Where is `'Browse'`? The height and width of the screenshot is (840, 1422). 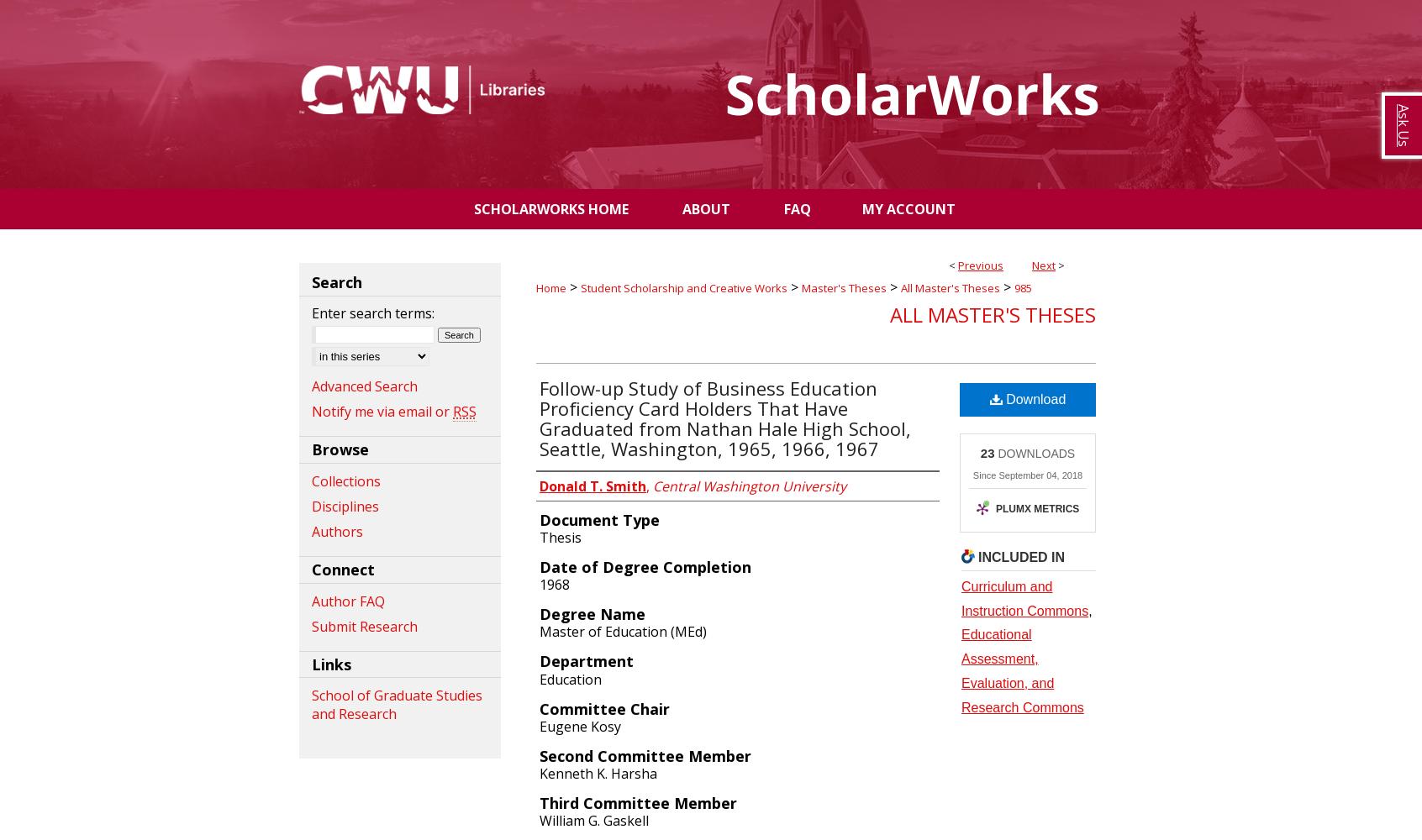
'Browse' is located at coordinates (340, 449).